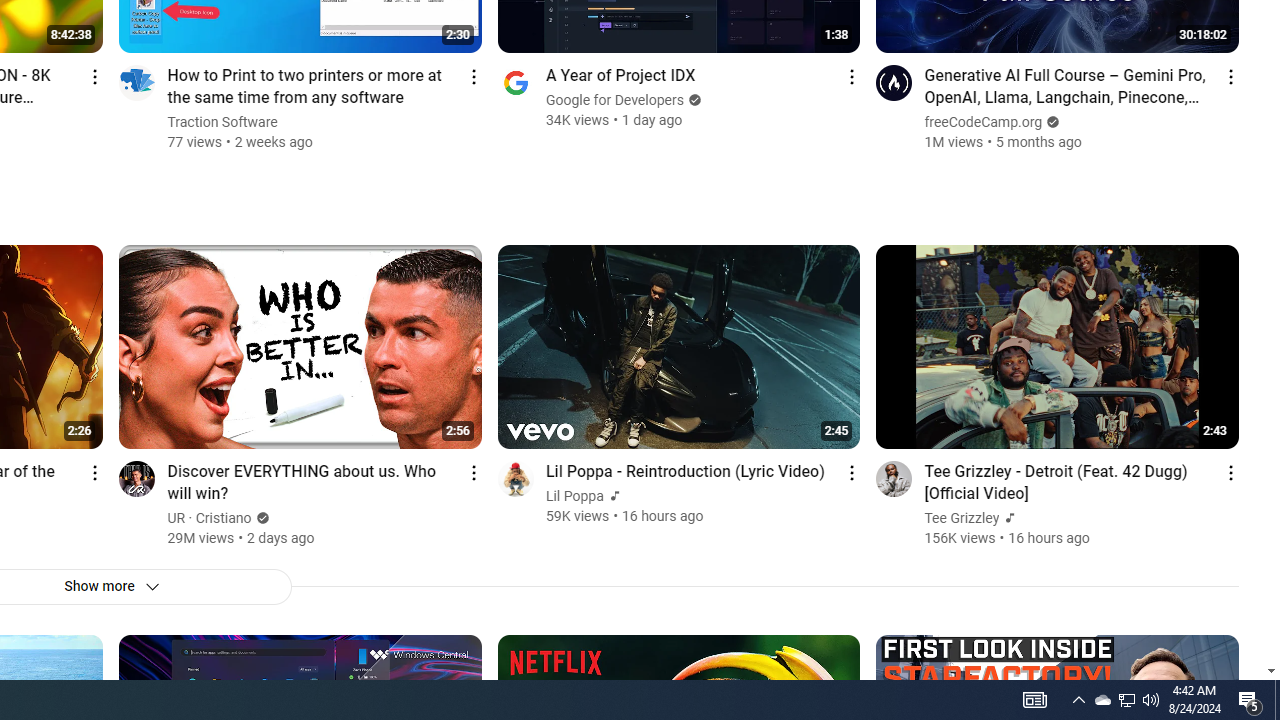 Image resolution: width=1280 pixels, height=720 pixels. I want to click on 'Action menu', so click(1229, 472).